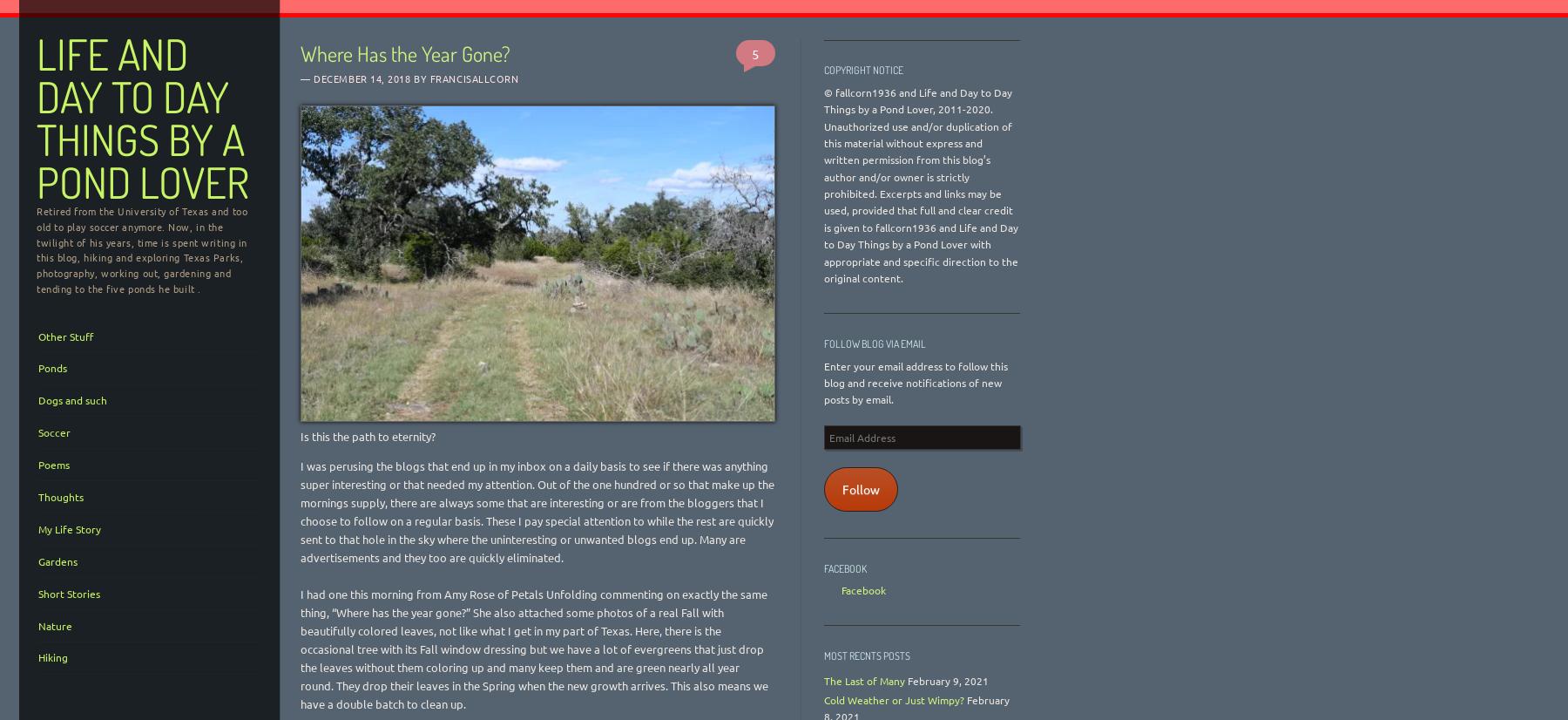 This screenshot has width=1568, height=720. Describe the element at coordinates (862, 70) in the screenshot. I see `'Copyright Notice'` at that location.